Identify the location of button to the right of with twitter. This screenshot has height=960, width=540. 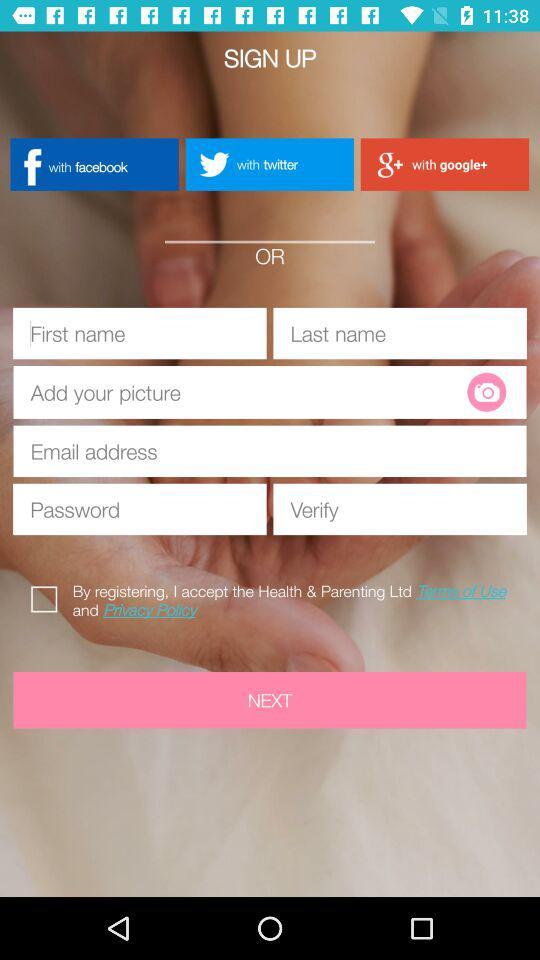
(444, 163).